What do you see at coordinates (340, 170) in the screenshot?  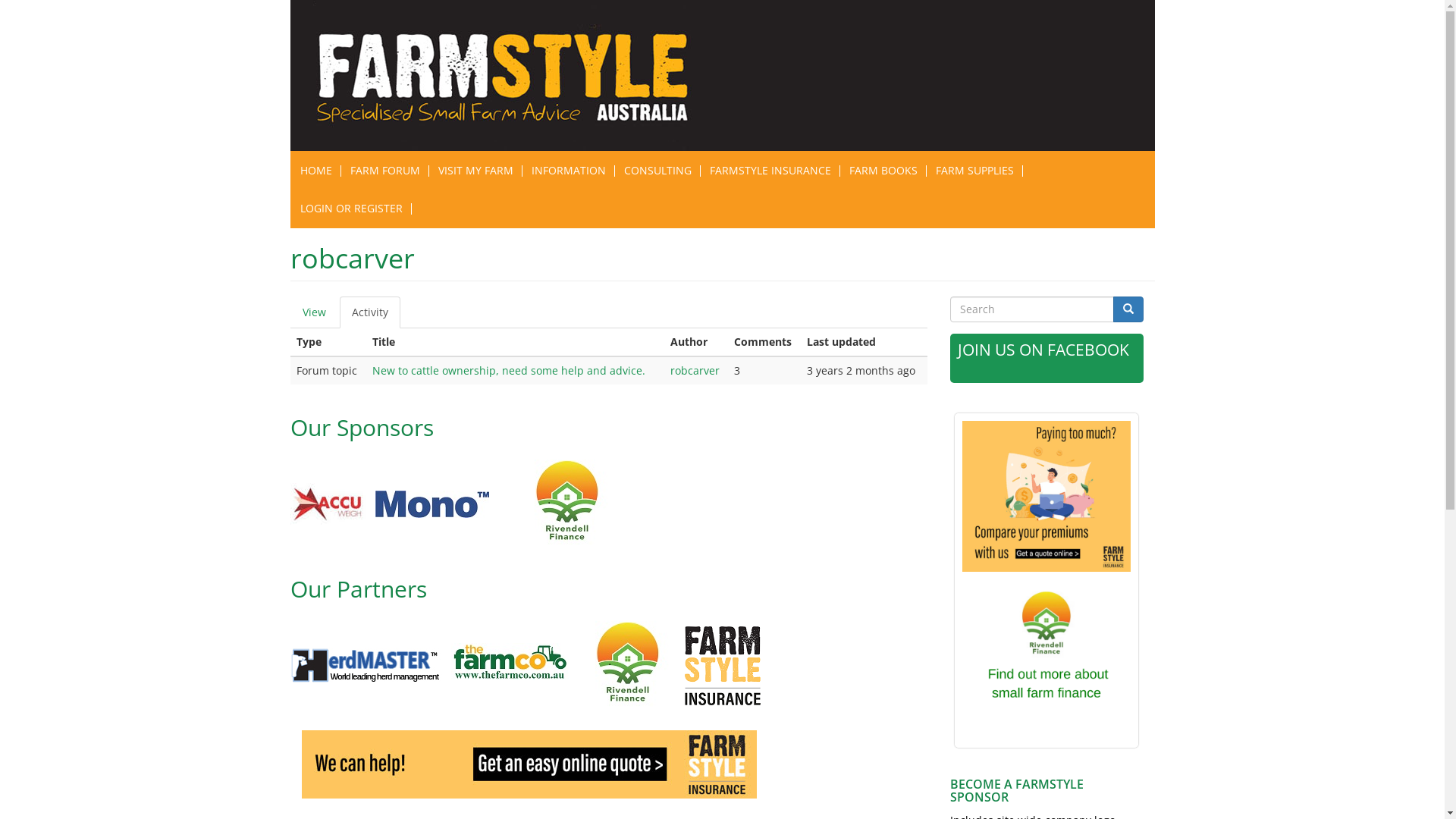 I see `'FARM FORUM'` at bounding box center [340, 170].